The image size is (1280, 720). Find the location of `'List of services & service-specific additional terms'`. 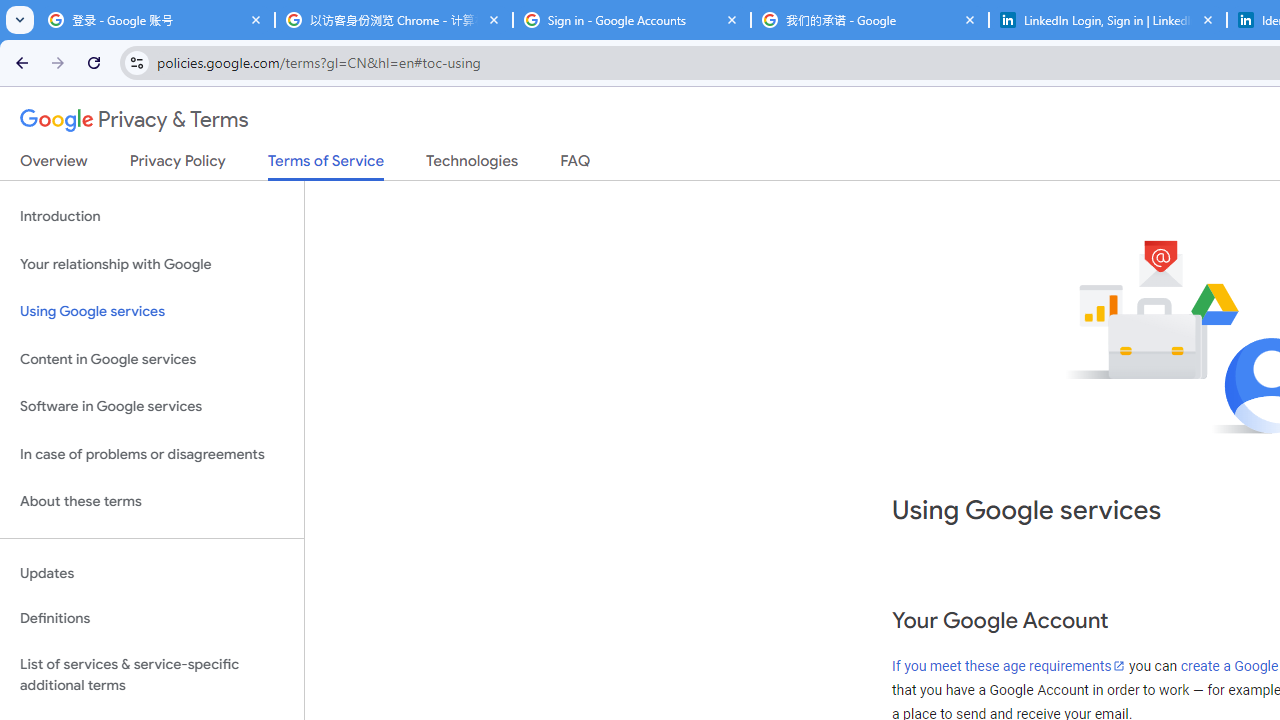

'List of services & service-specific additional terms' is located at coordinates (151, 675).